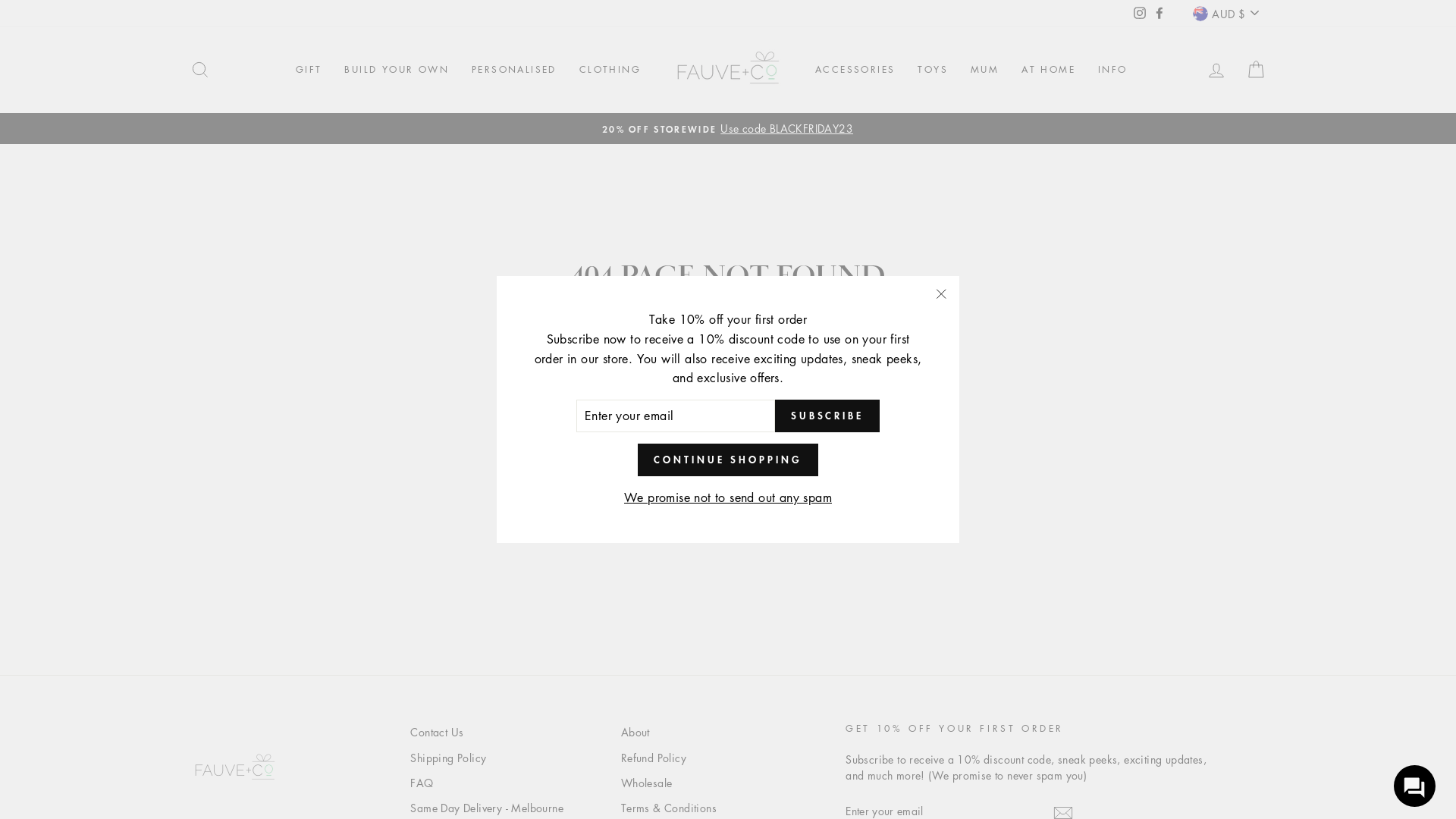 This screenshot has height=819, width=1456. What do you see at coordinates (1225, 13) in the screenshot?
I see `'AUD $'` at bounding box center [1225, 13].